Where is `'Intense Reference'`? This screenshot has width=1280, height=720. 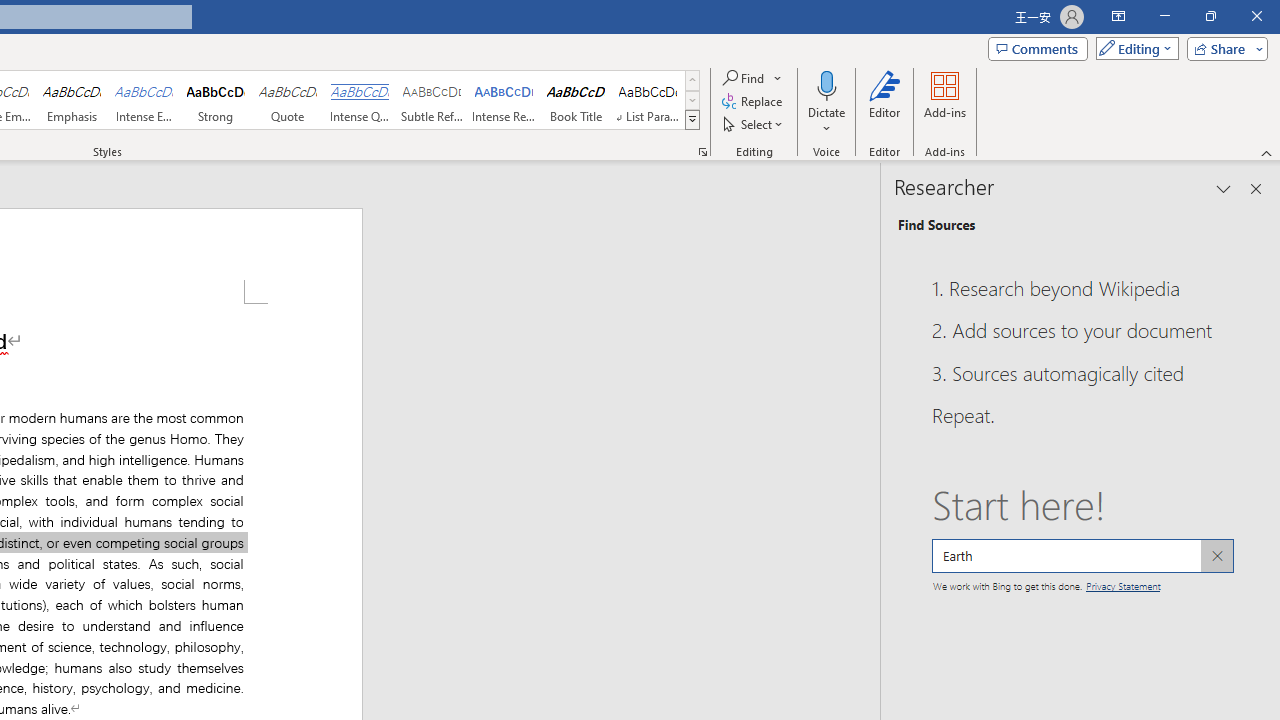
'Intense Reference' is located at coordinates (504, 100).